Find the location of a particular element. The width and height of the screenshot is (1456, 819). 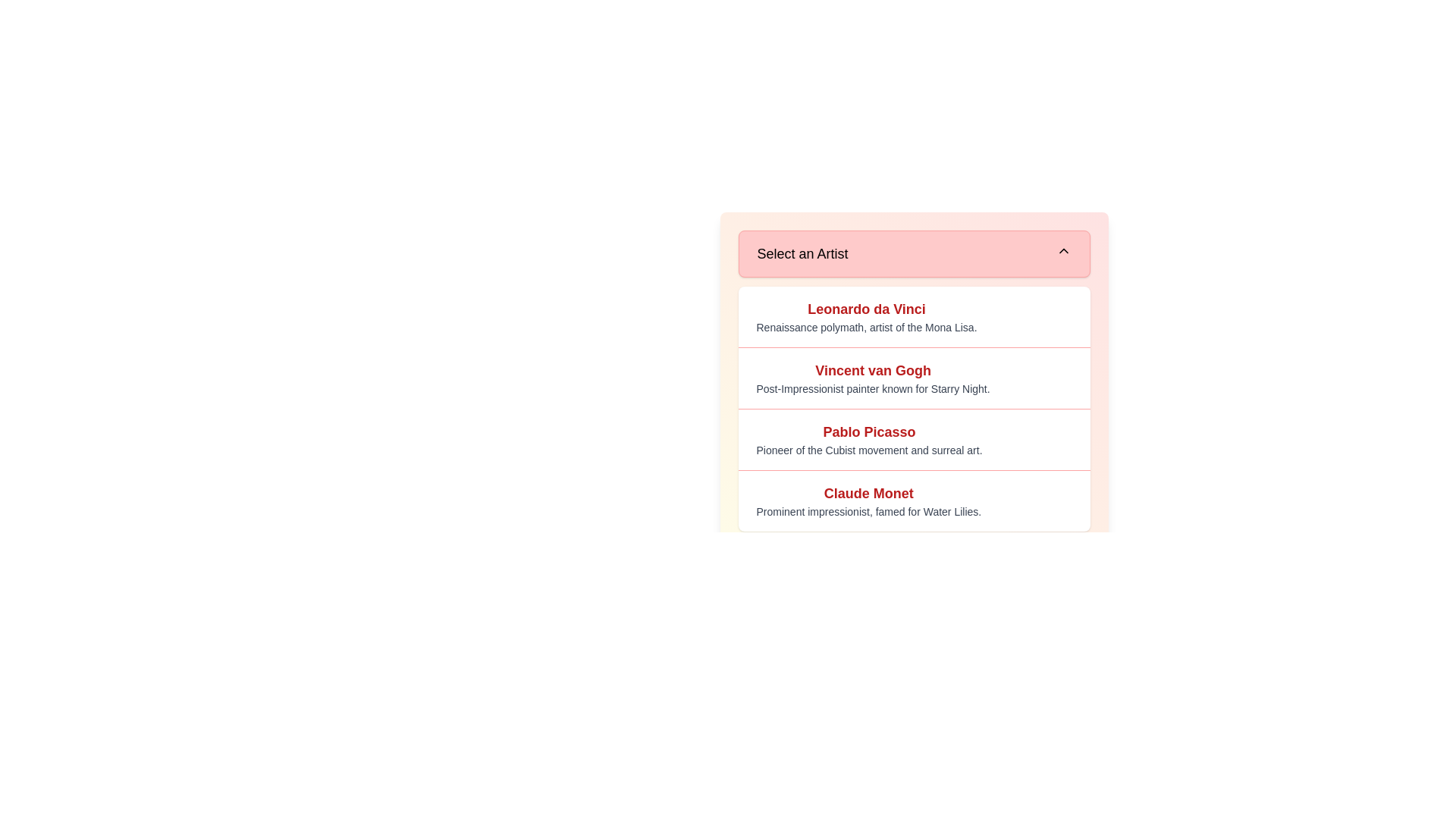

the descriptive label or subtitle for the artist 'Claude Monet', which is located at the bottom of the box containing the title styled in larger, bold red font is located at coordinates (868, 512).